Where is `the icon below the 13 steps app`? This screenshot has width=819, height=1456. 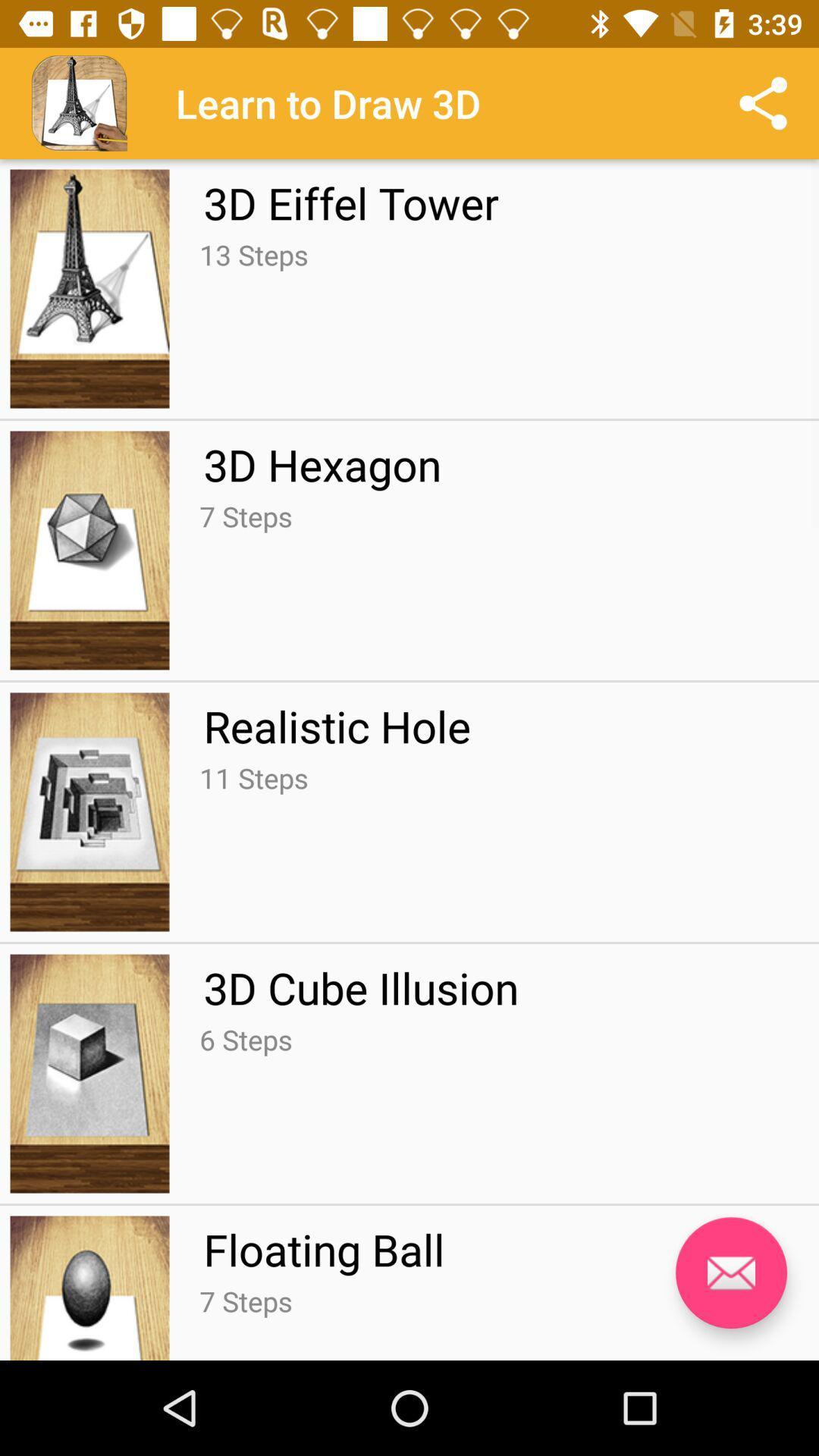
the icon below the 13 steps app is located at coordinates (322, 463).